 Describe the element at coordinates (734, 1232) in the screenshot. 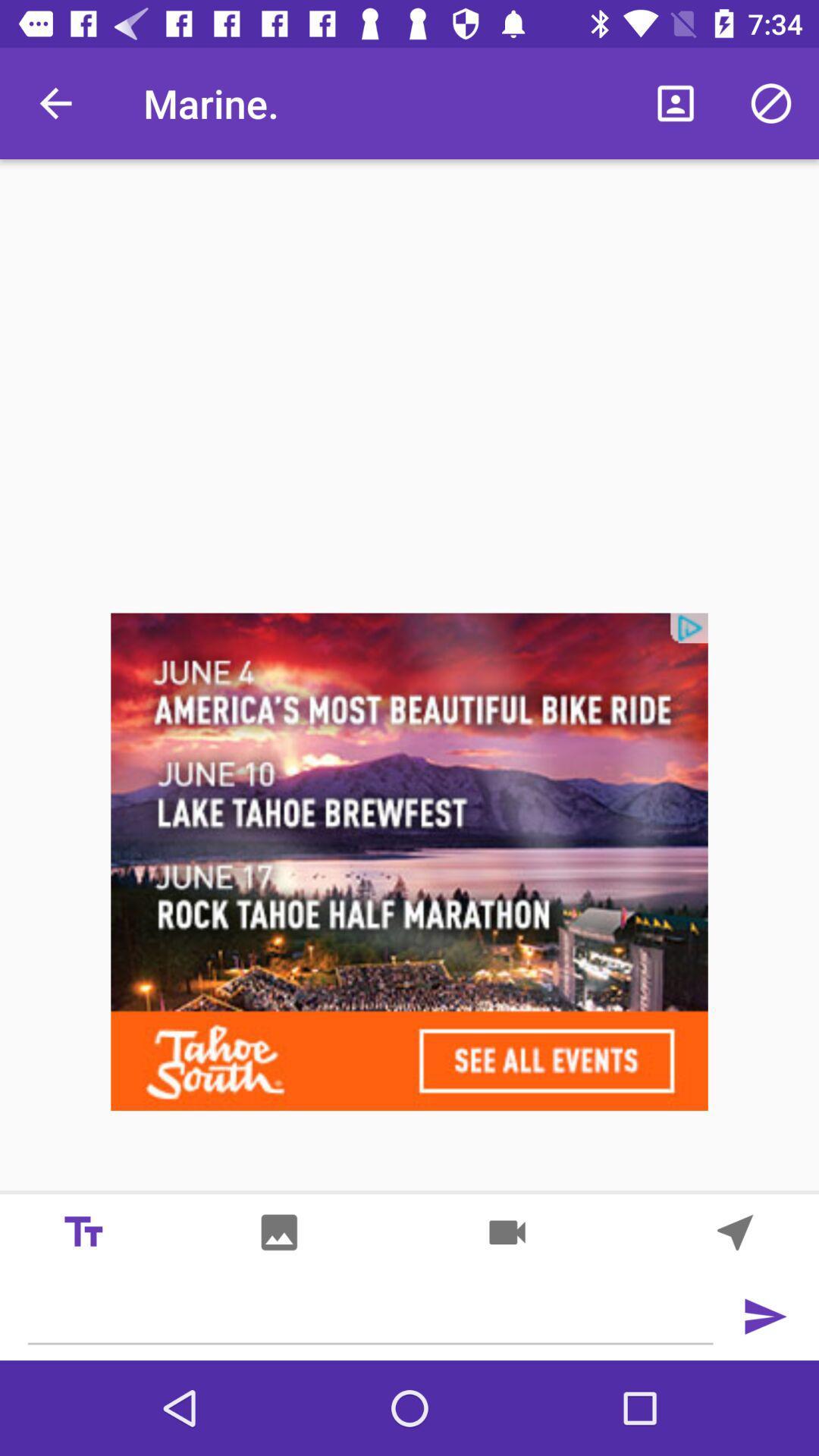

I see `the navigation icon` at that location.